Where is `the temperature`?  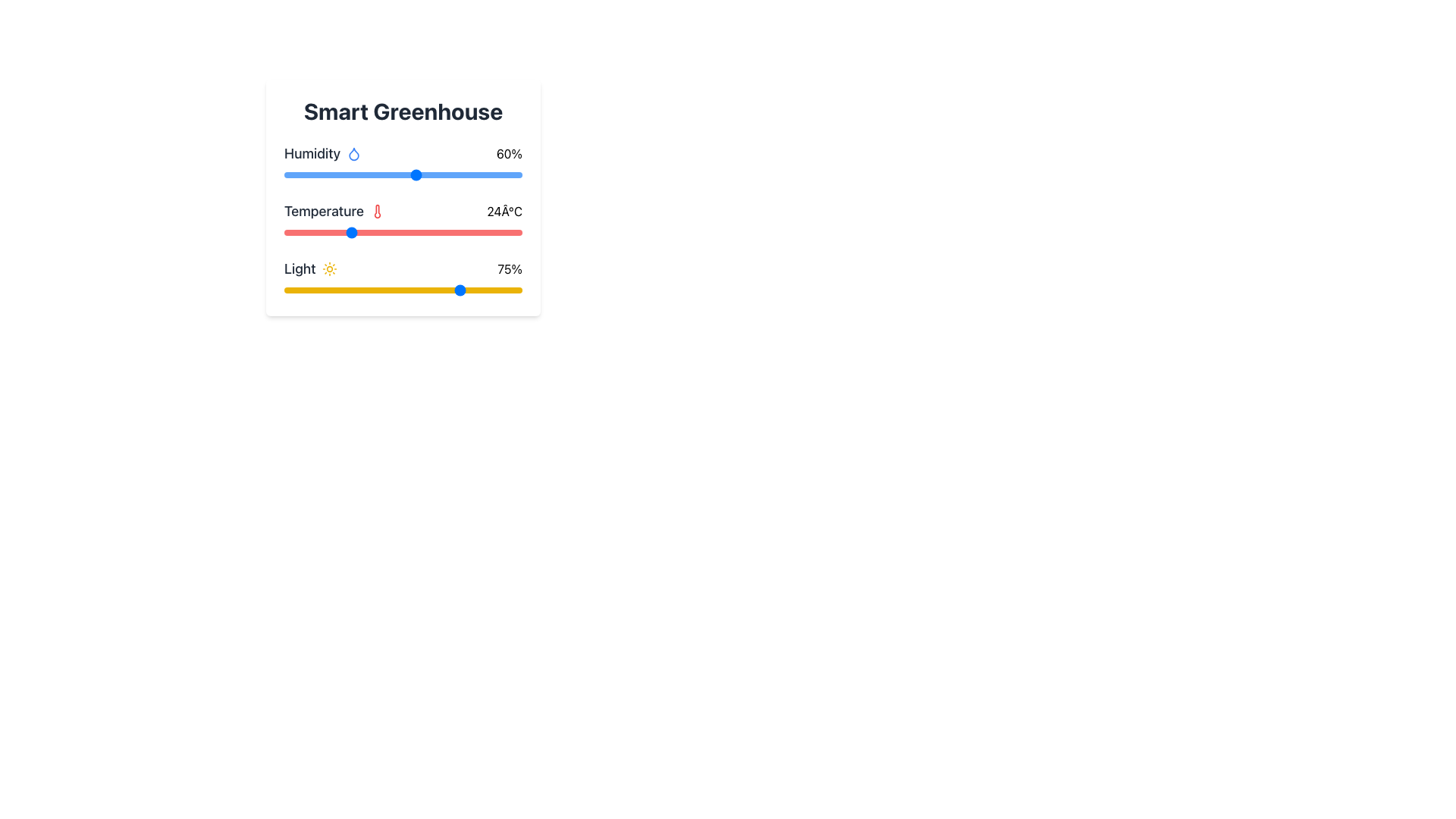
the temperature is located at coordinates (348, 233).